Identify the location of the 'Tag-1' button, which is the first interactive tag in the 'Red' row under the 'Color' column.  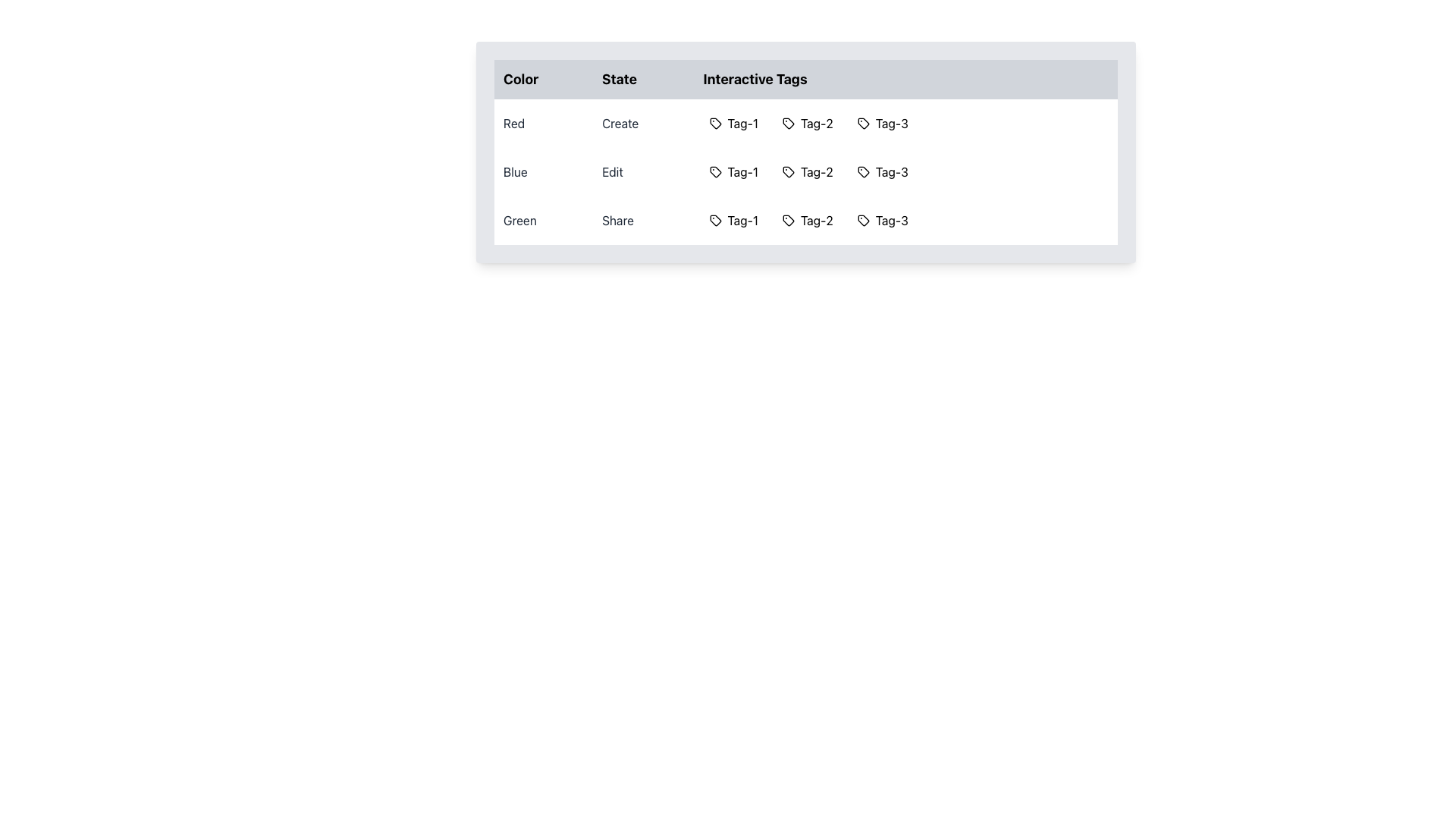
(733, 122).